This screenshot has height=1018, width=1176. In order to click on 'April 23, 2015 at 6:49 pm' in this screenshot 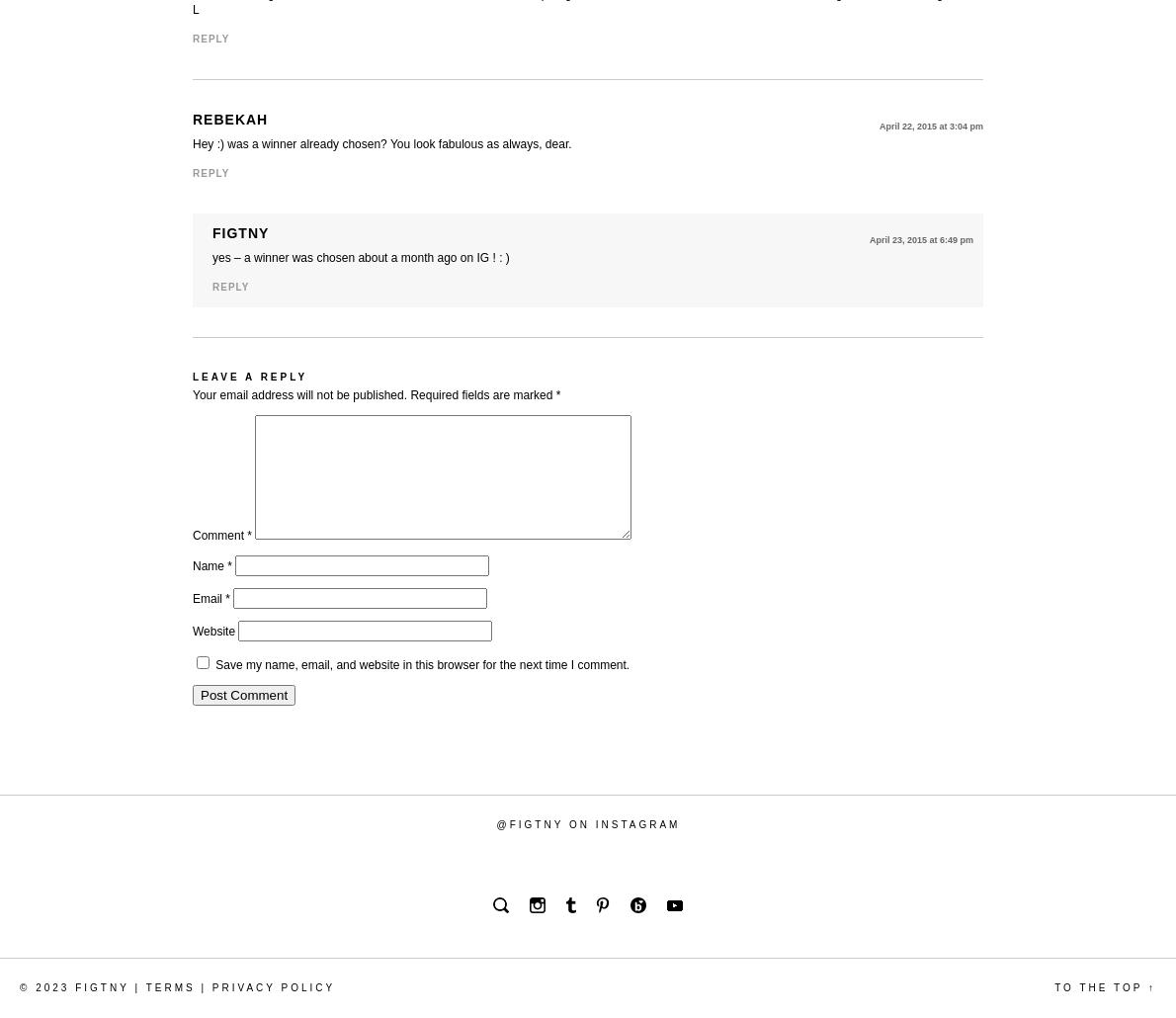, I will do `click(921, 239)`.